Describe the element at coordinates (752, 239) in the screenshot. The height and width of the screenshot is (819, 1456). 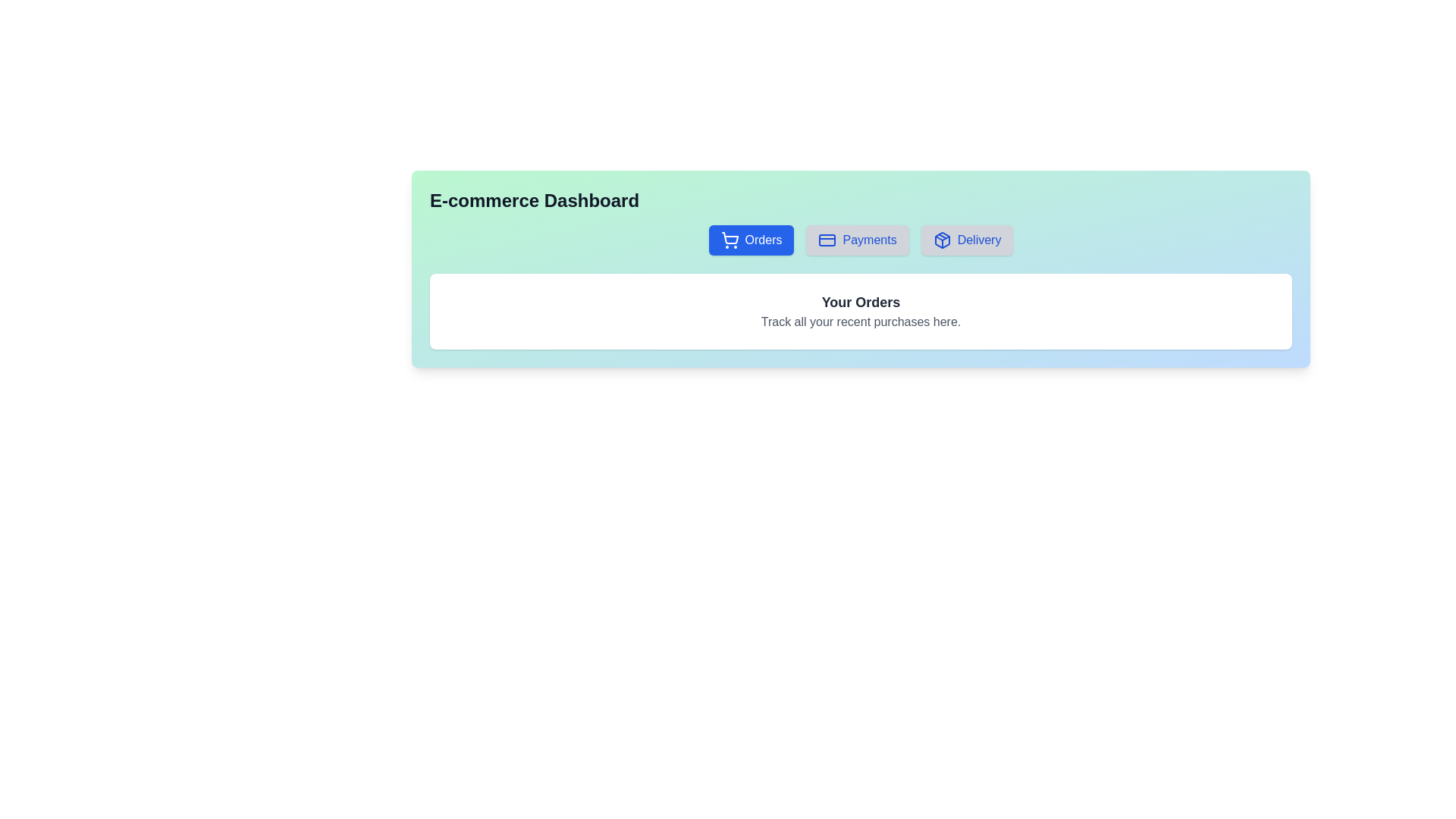
I see `the 'Orders' button, which is a blue rectangular button with rounded corners and white text, located below the 'E-commerce Dashboard' heading` at that location.